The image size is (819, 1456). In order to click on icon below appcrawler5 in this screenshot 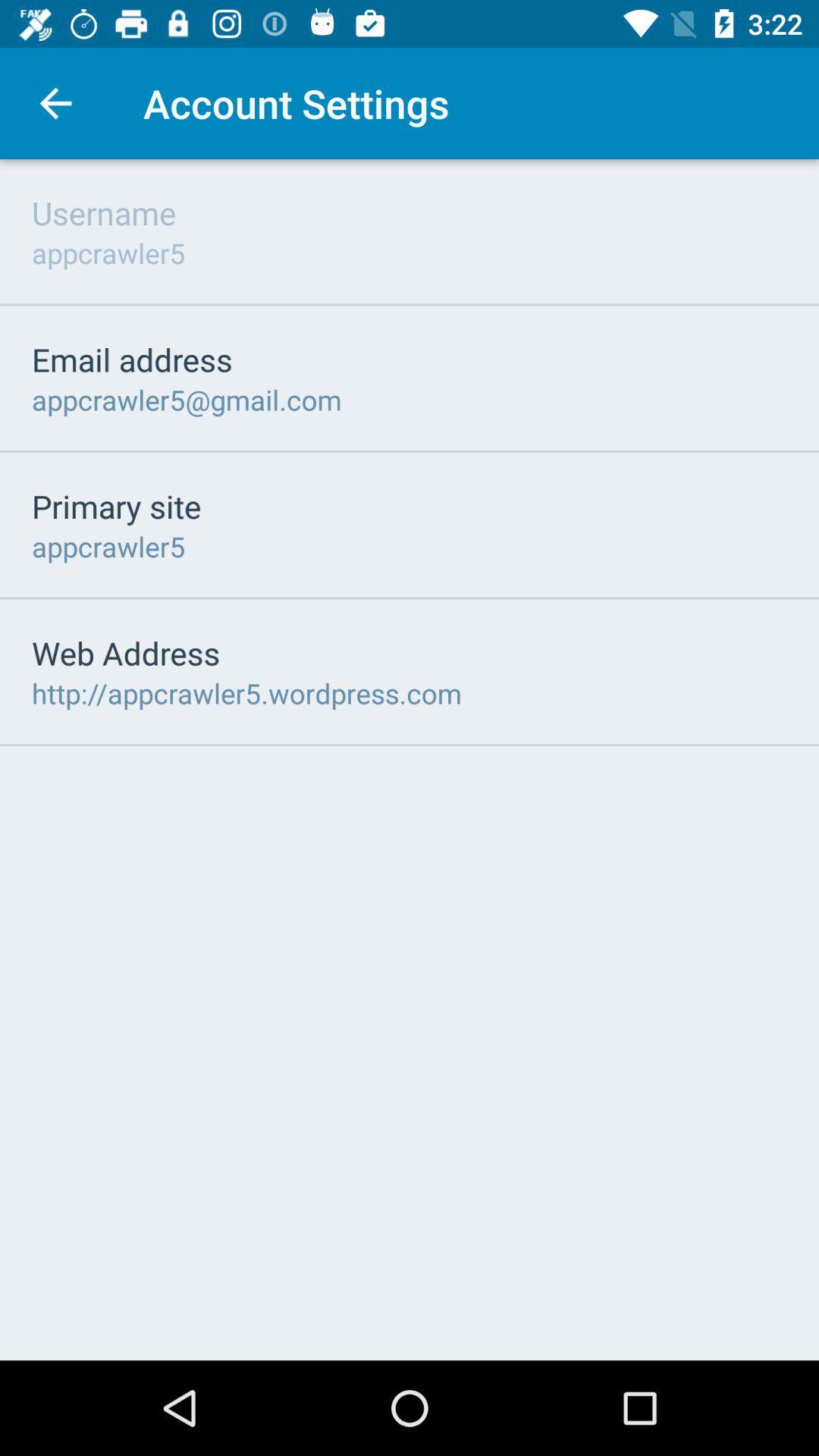, I will do `click(131, 359)`.